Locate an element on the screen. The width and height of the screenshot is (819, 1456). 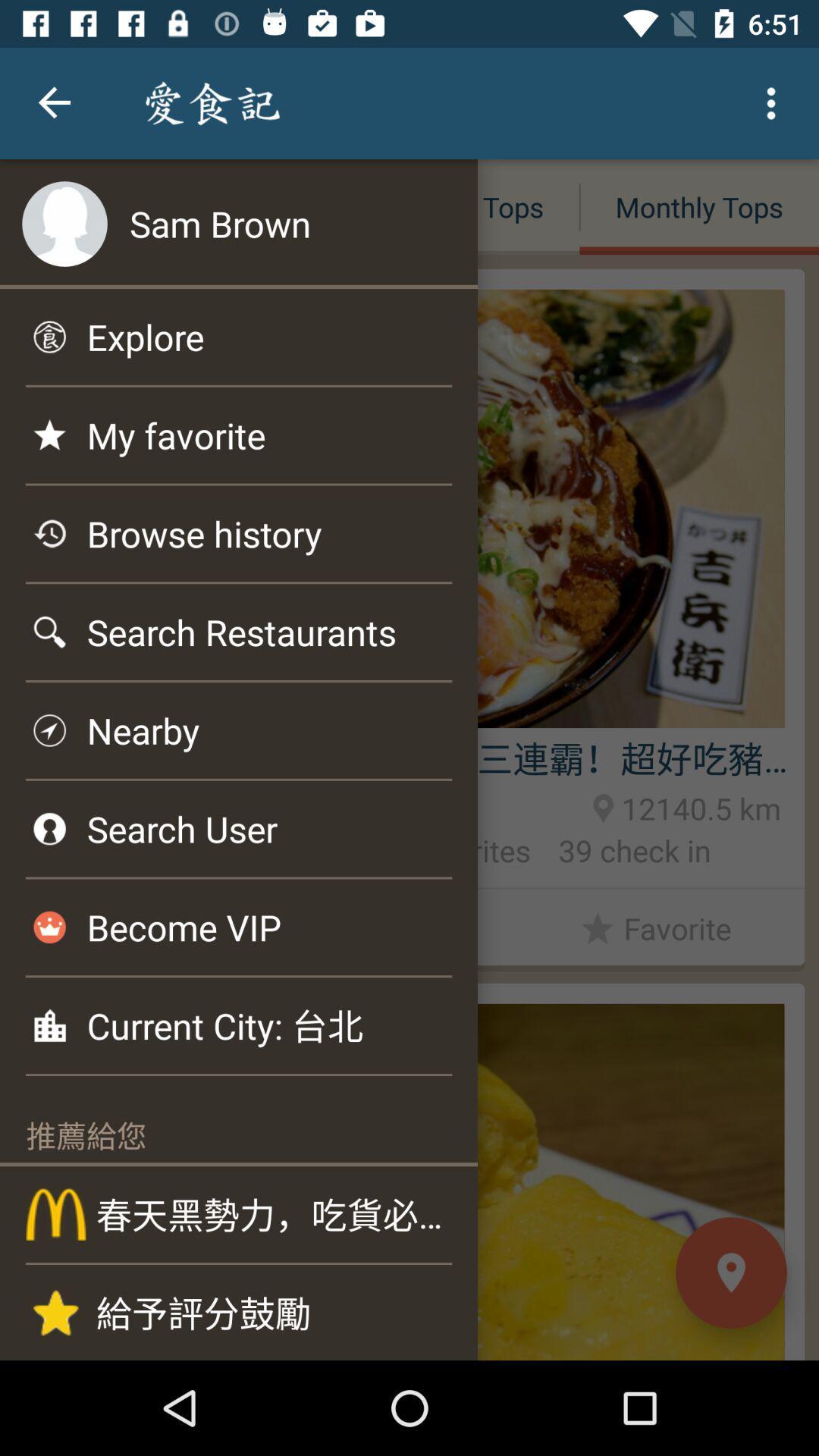
the location icon is located at coordinates (730, 1272).